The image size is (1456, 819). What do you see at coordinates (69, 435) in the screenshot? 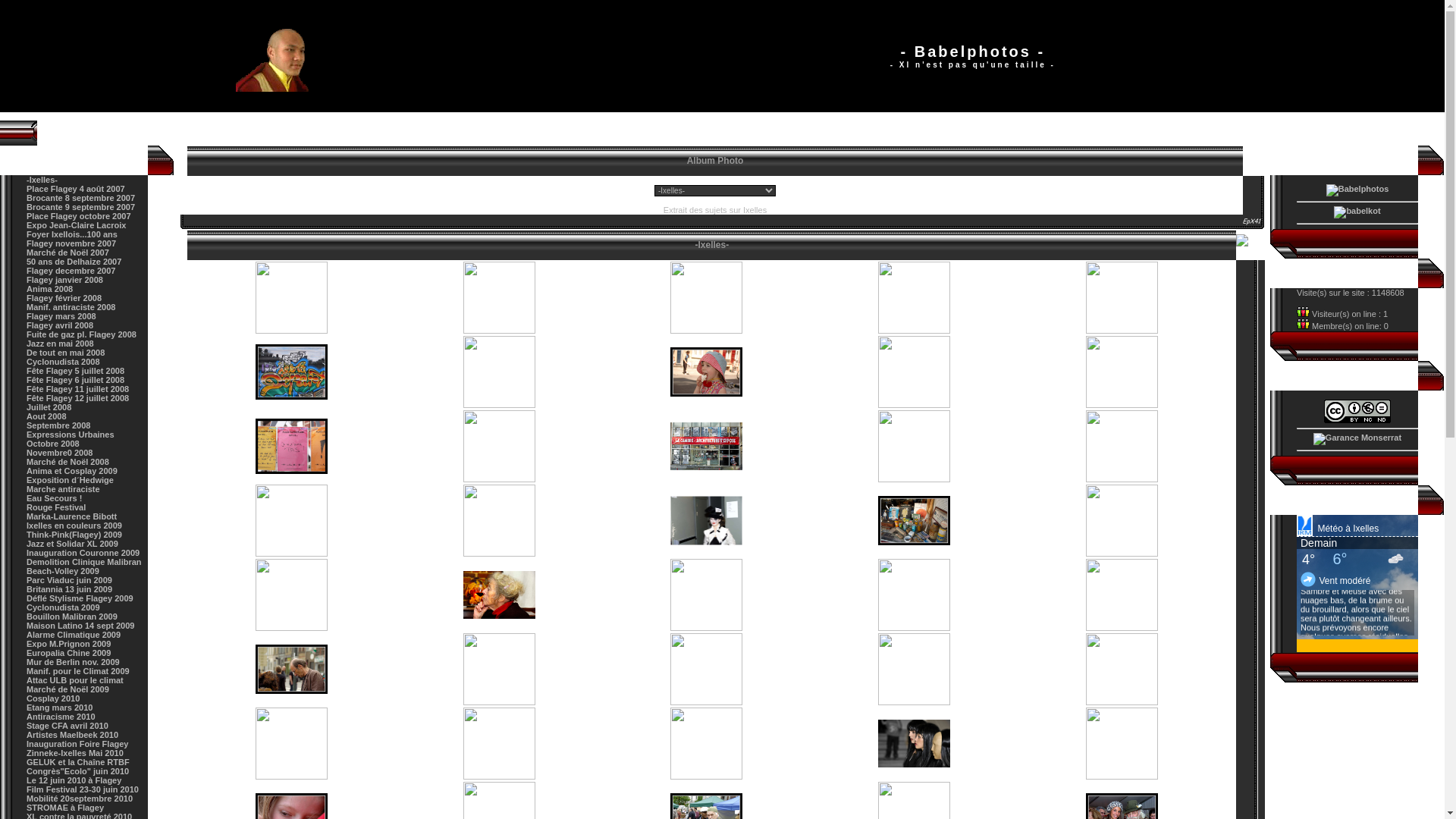
I see `'Expressions Urbaines'` at bounding box center [69, 435].